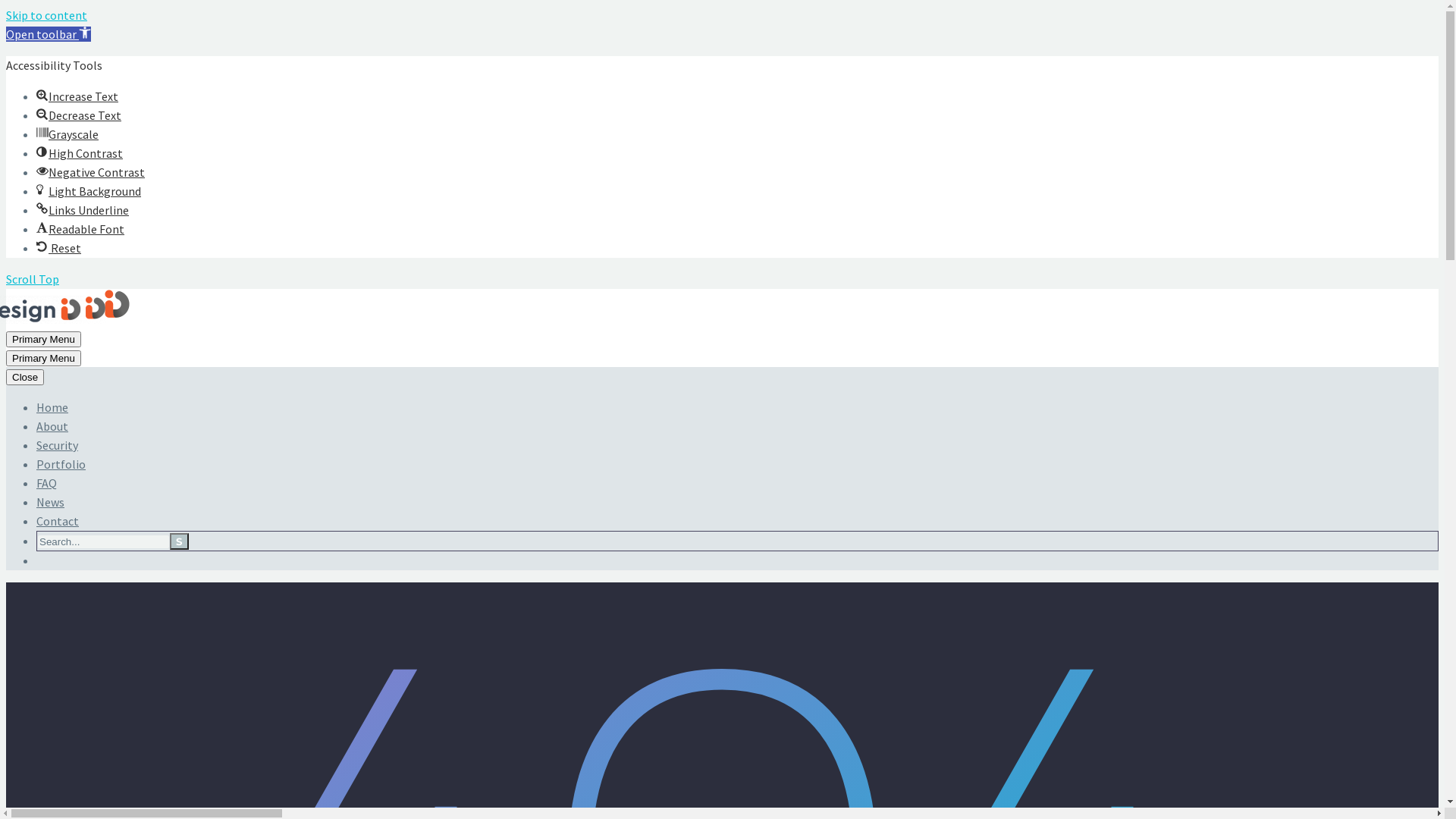 The height and width of the screenshot is (819, 1456). I want to click on 'Decrease TextDecrease Text', so click(78, 114).